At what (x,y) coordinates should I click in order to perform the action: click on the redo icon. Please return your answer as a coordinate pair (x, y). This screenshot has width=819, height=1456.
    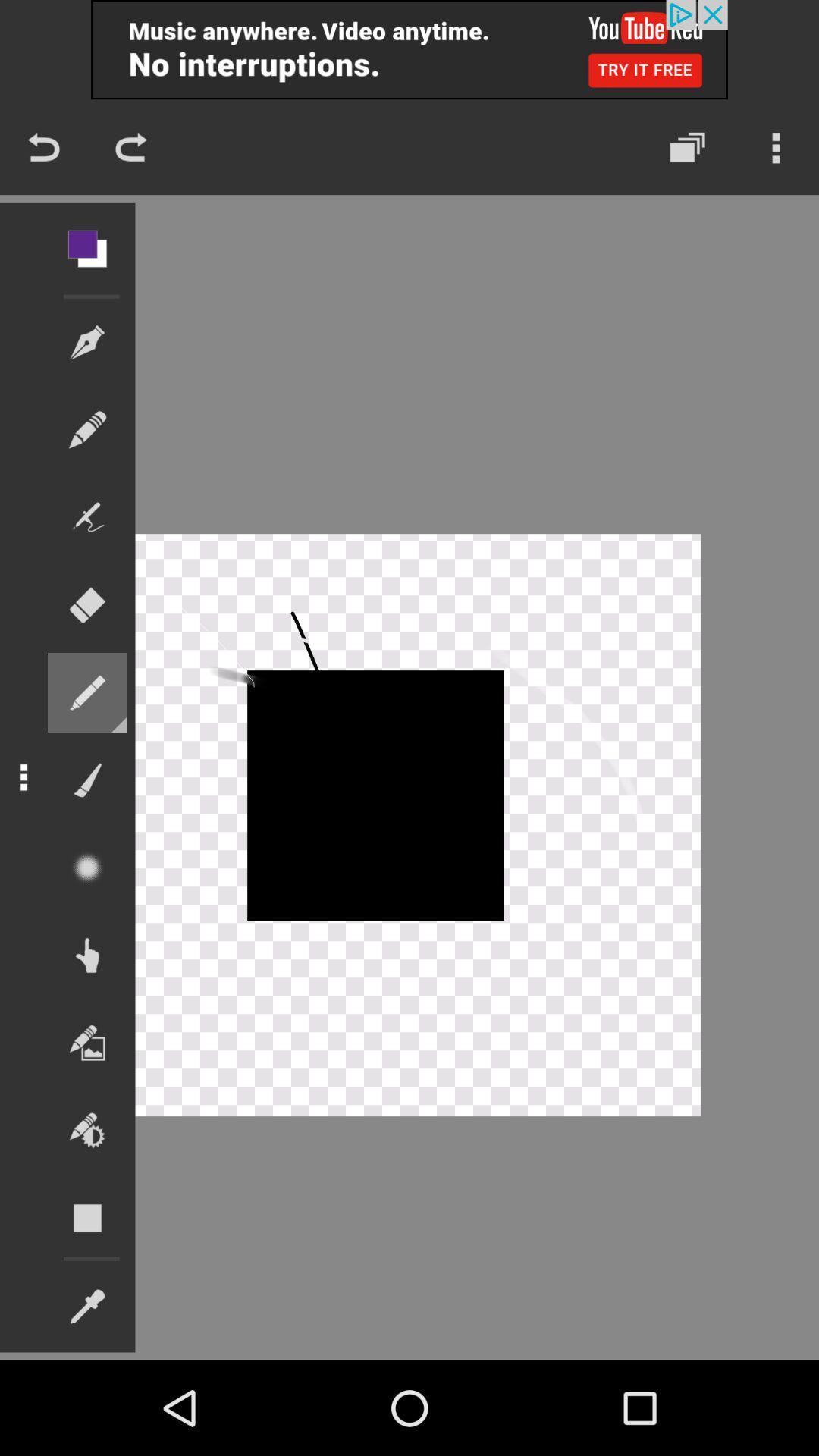
    Looking at the image, I should click on (130, 147).